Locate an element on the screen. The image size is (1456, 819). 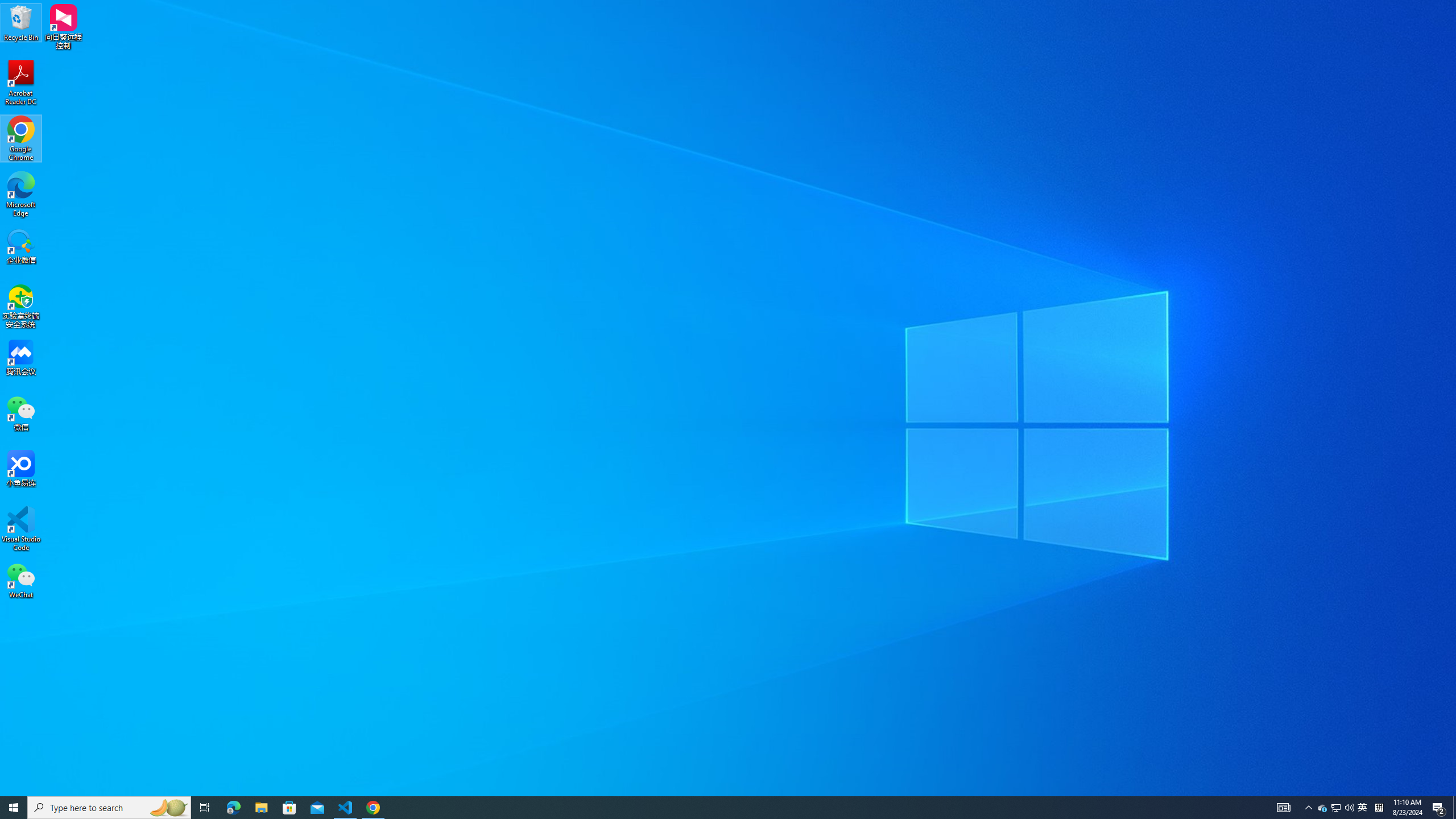
'Microsoft Edge' is located at coordinates (20, 194).